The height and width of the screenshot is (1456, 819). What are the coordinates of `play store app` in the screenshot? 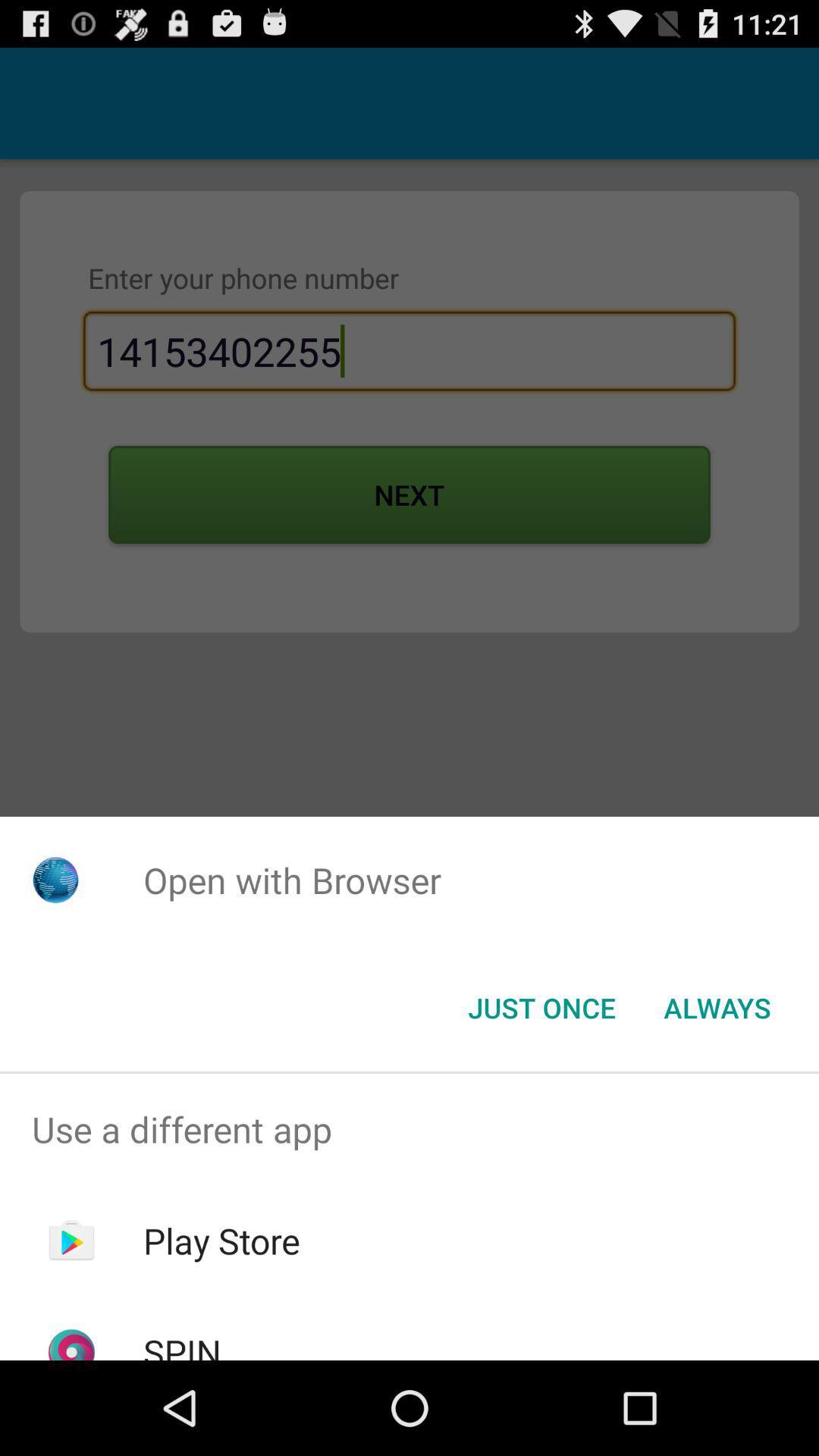 It's located at (221, 1241).